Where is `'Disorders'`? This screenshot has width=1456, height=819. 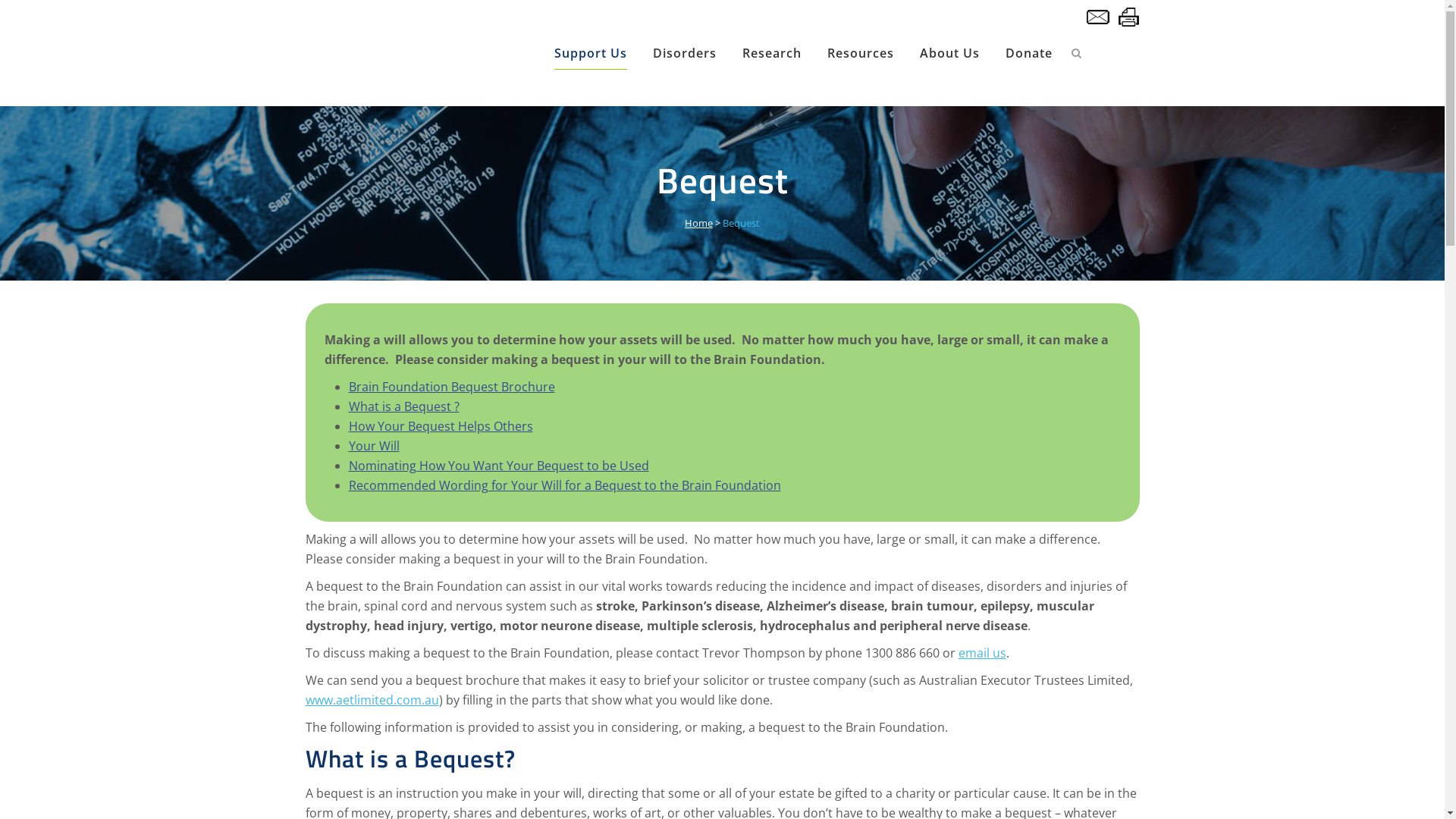 'Disorders' is located at coordinates (683, 52).